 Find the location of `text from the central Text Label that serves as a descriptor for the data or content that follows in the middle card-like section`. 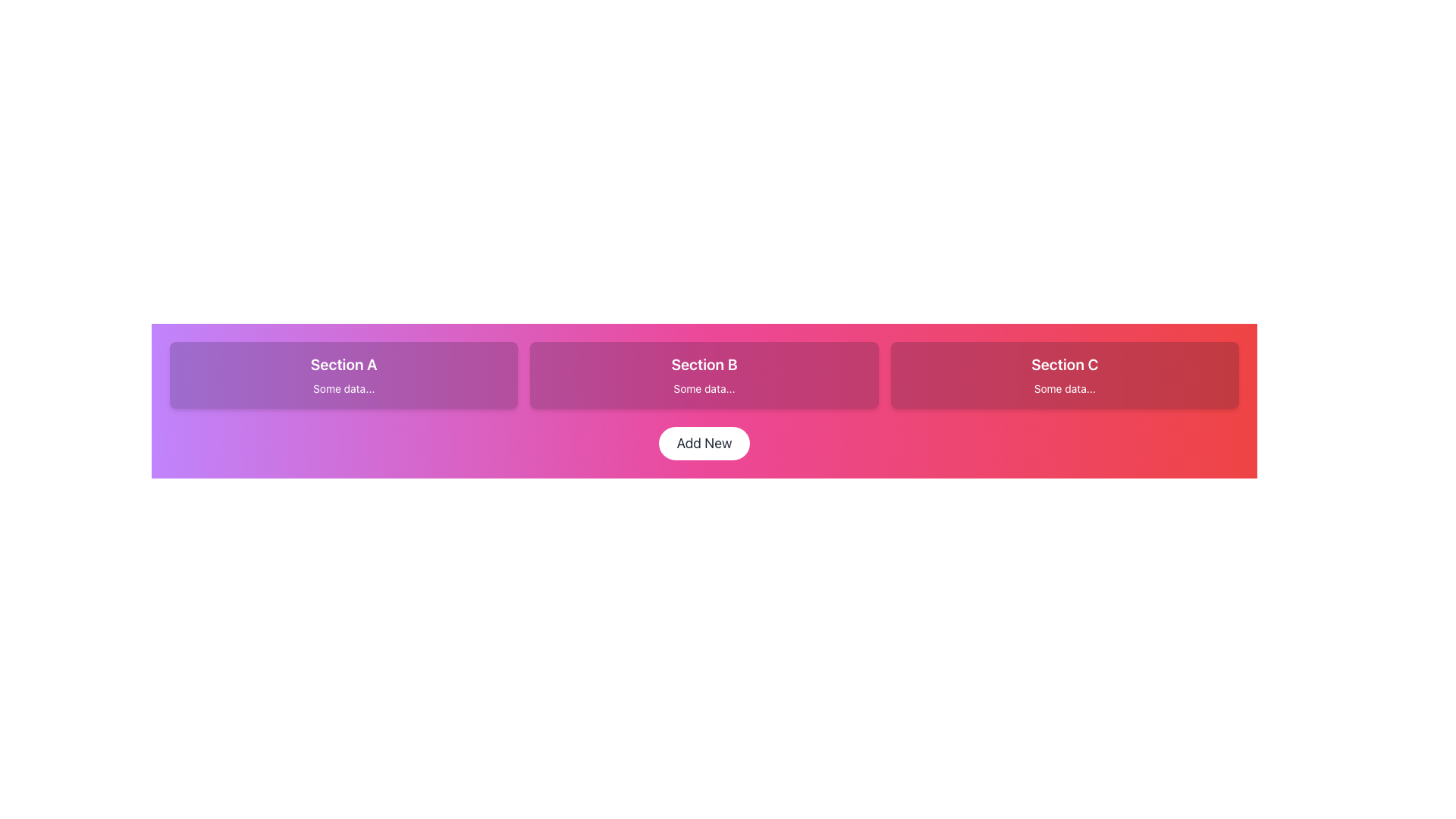

text from the central Text Label that serves as a descriptor for the data or content that follows in the middle card-like section is located at coordinates (703, 365).